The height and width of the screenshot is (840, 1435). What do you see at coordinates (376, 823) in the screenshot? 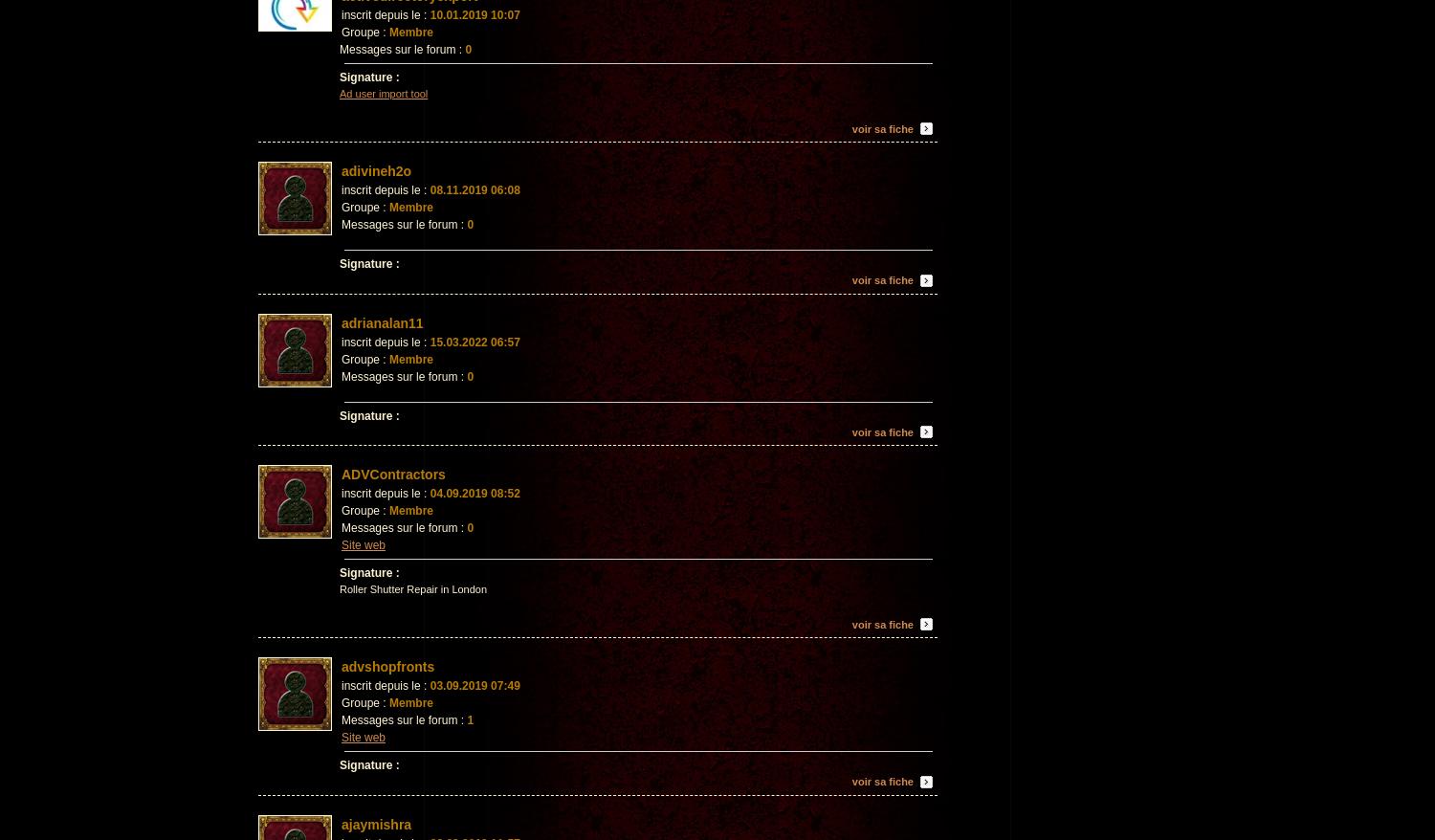
I see `'ajaymishra'` at bounding box center [376, 823].